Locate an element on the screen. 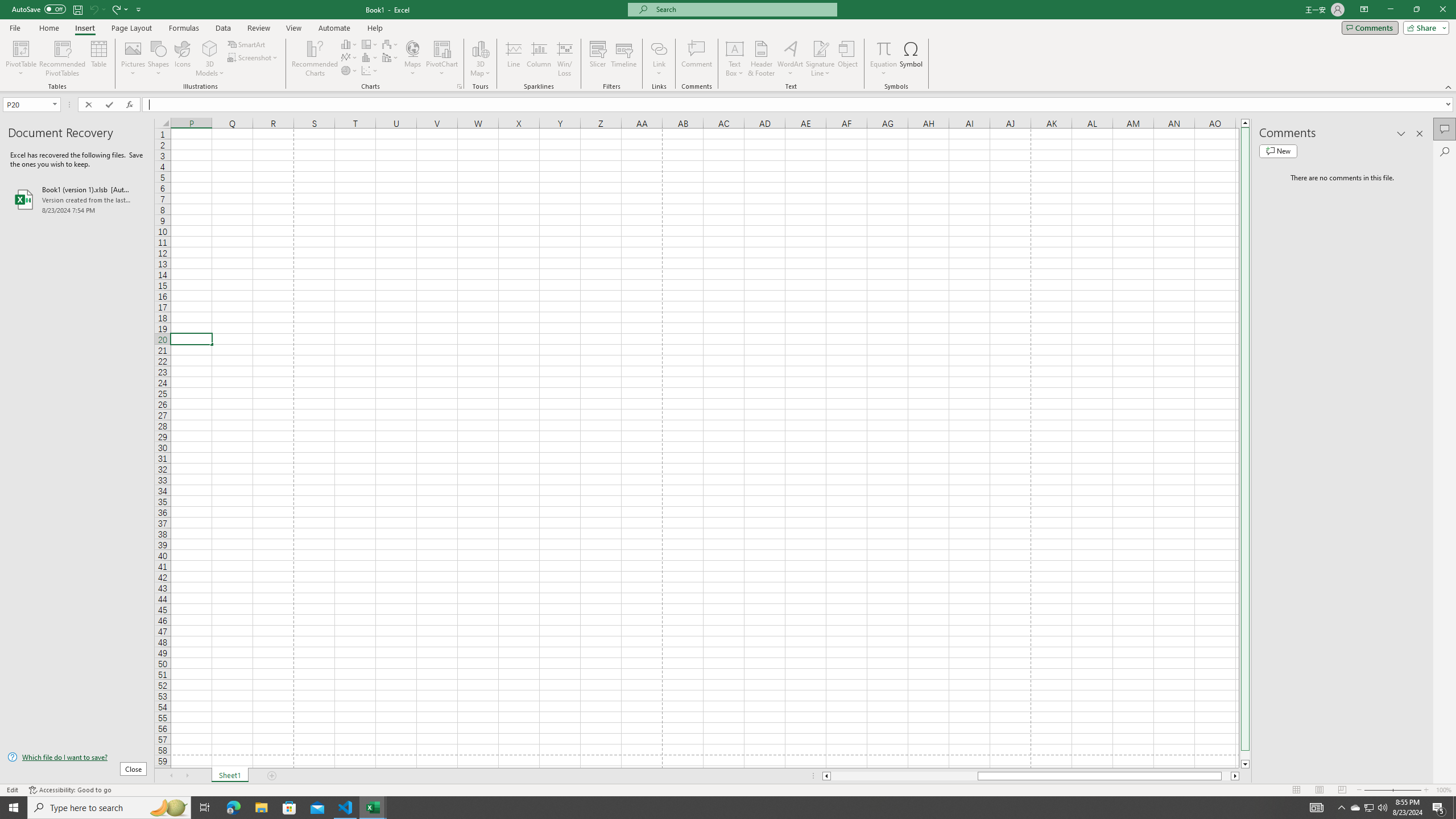 This screenshot has width=1456, height=819. 'PivotTable' is located at coordinates (20, 48).